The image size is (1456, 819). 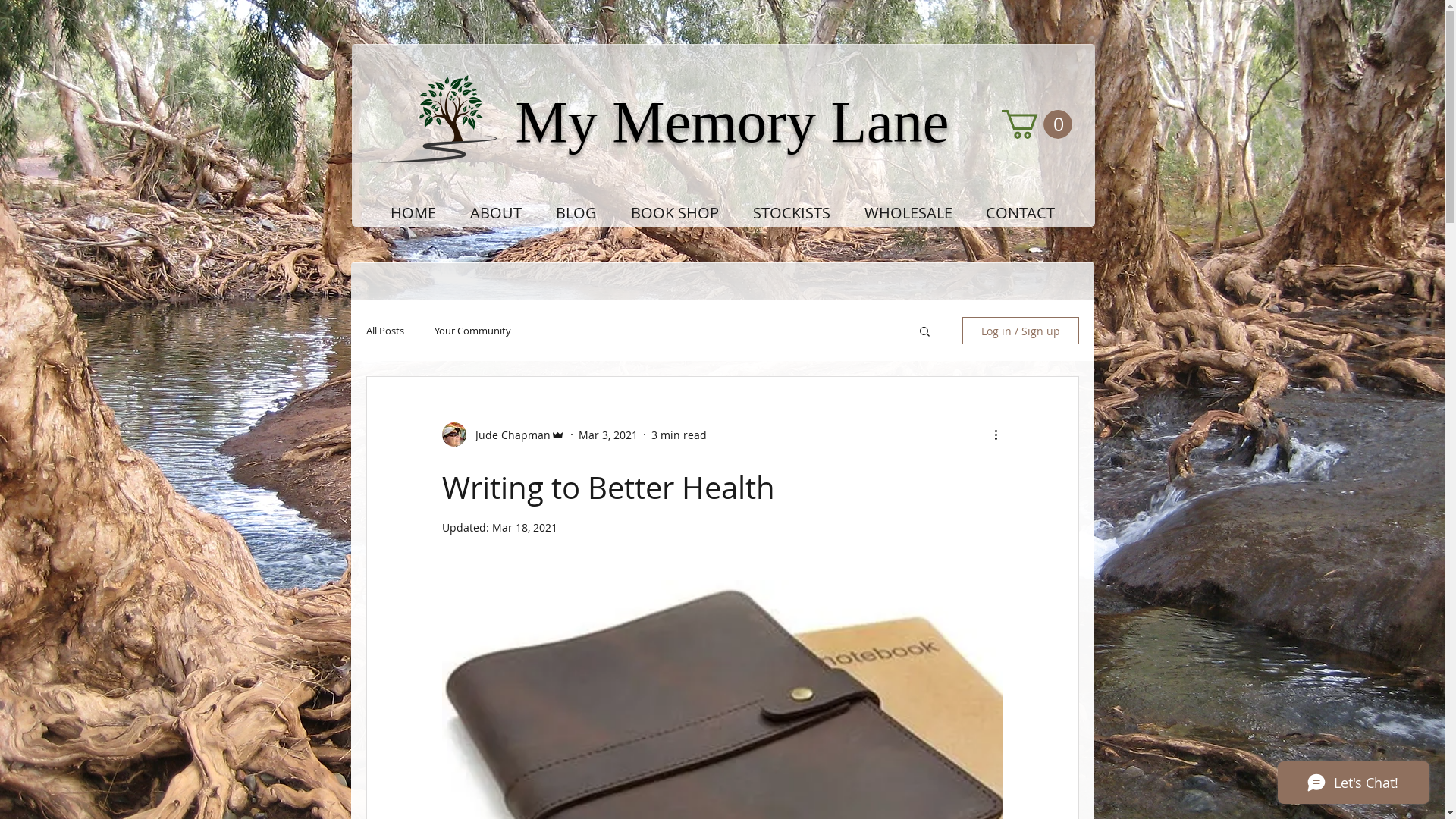 What do you see at coordinates (1035, 124) in the screenshot?
I see `'0'` at bounding box center [1035, 124].